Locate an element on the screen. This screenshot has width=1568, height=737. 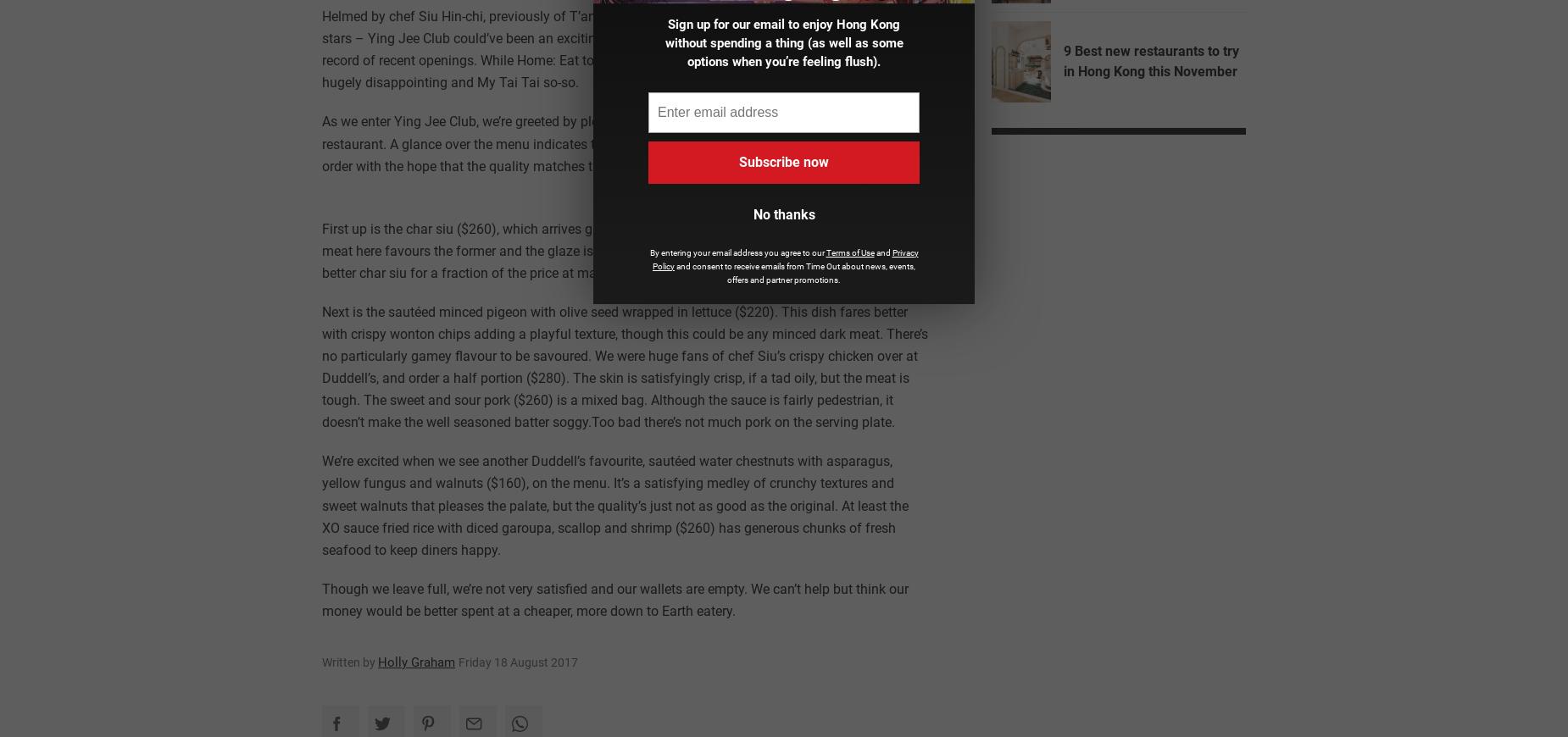
'and consent to receive emails from Time Out about news, events, offers and partner promotions.' is located at coordinates (675, 272).